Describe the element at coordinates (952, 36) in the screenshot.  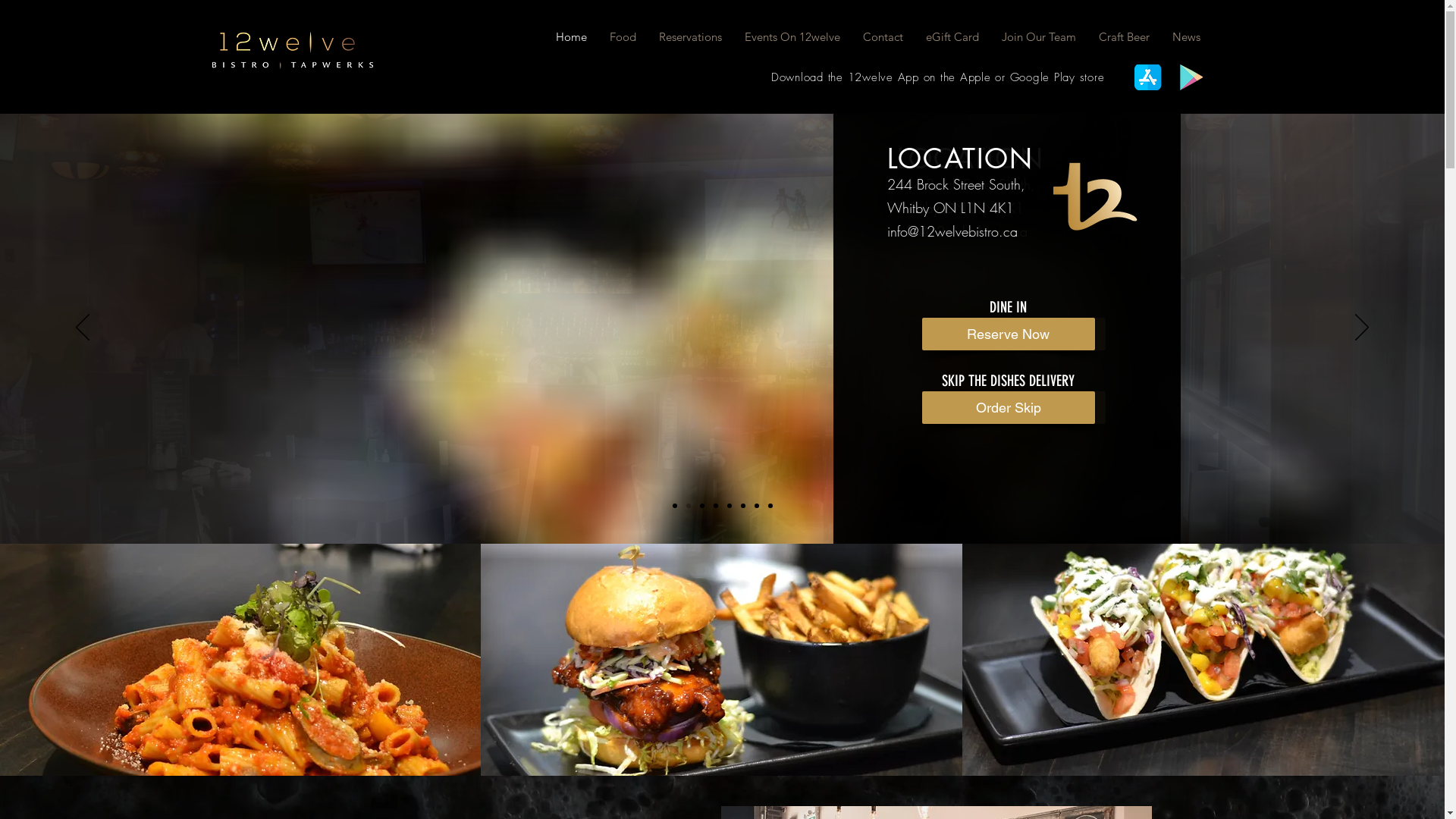
I see `'eGift Card'` at that location.